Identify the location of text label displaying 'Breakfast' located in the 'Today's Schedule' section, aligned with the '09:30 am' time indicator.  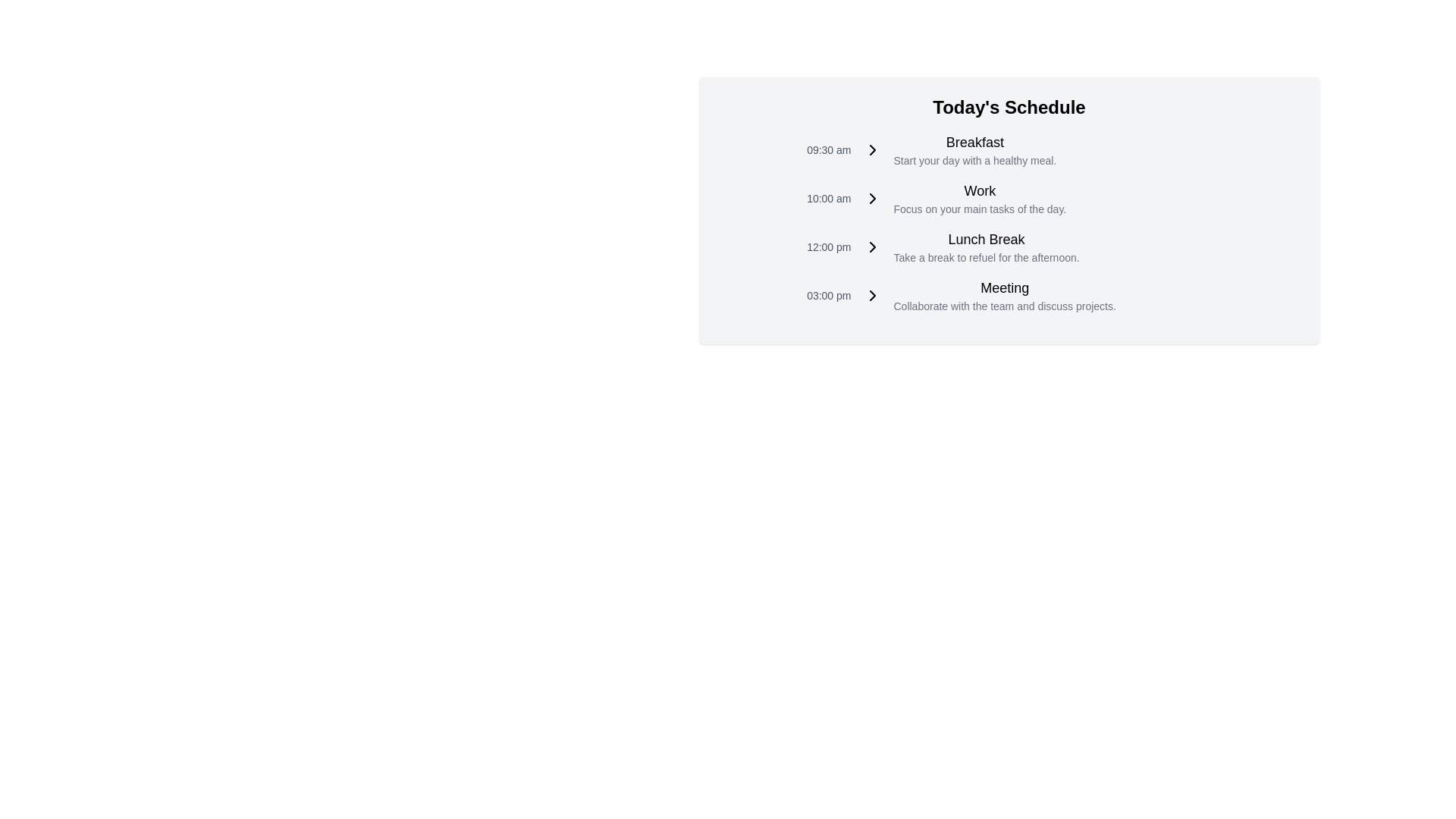
(974, 143).